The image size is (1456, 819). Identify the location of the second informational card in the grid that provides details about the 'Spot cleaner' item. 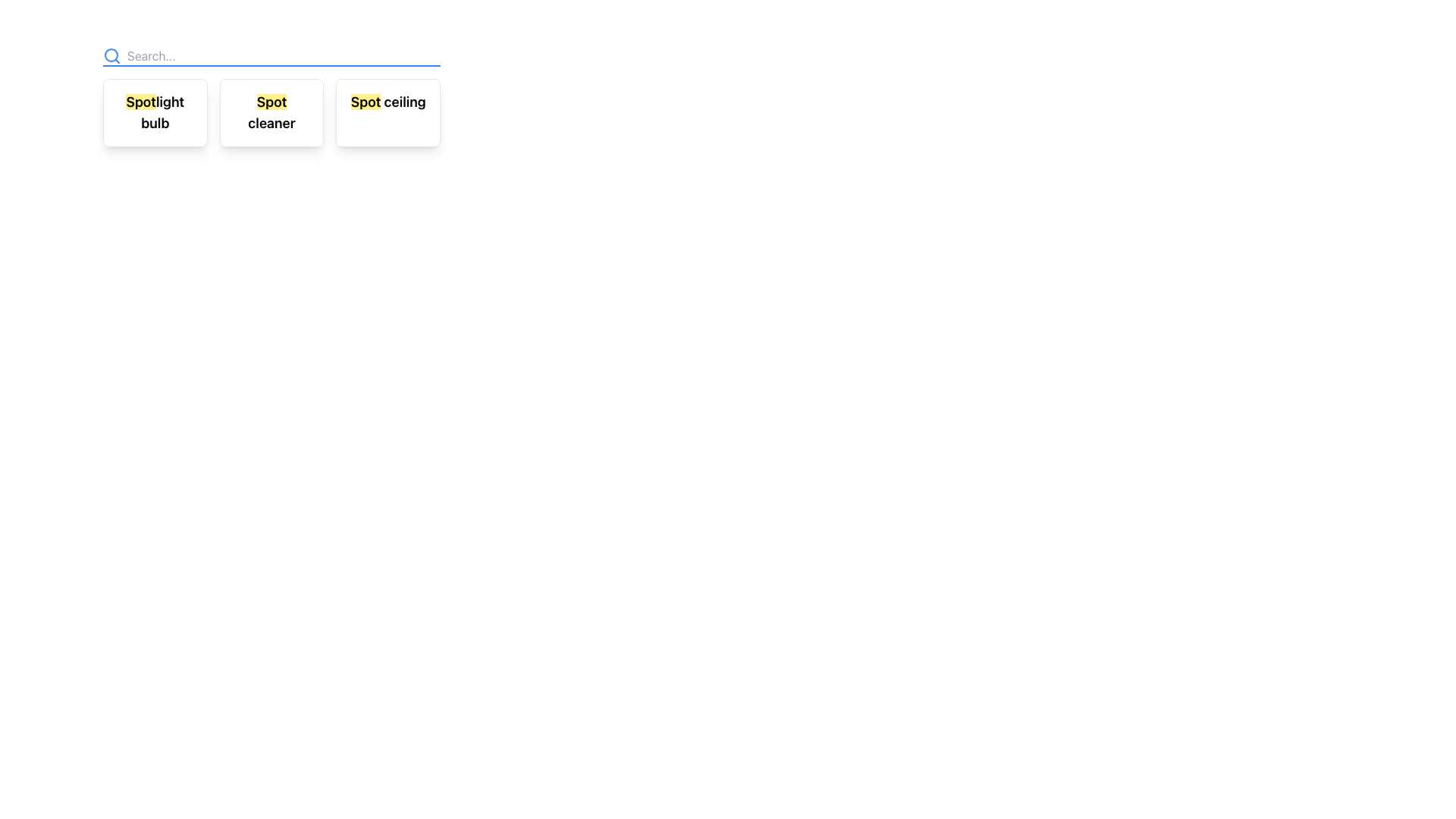
(271, 112).